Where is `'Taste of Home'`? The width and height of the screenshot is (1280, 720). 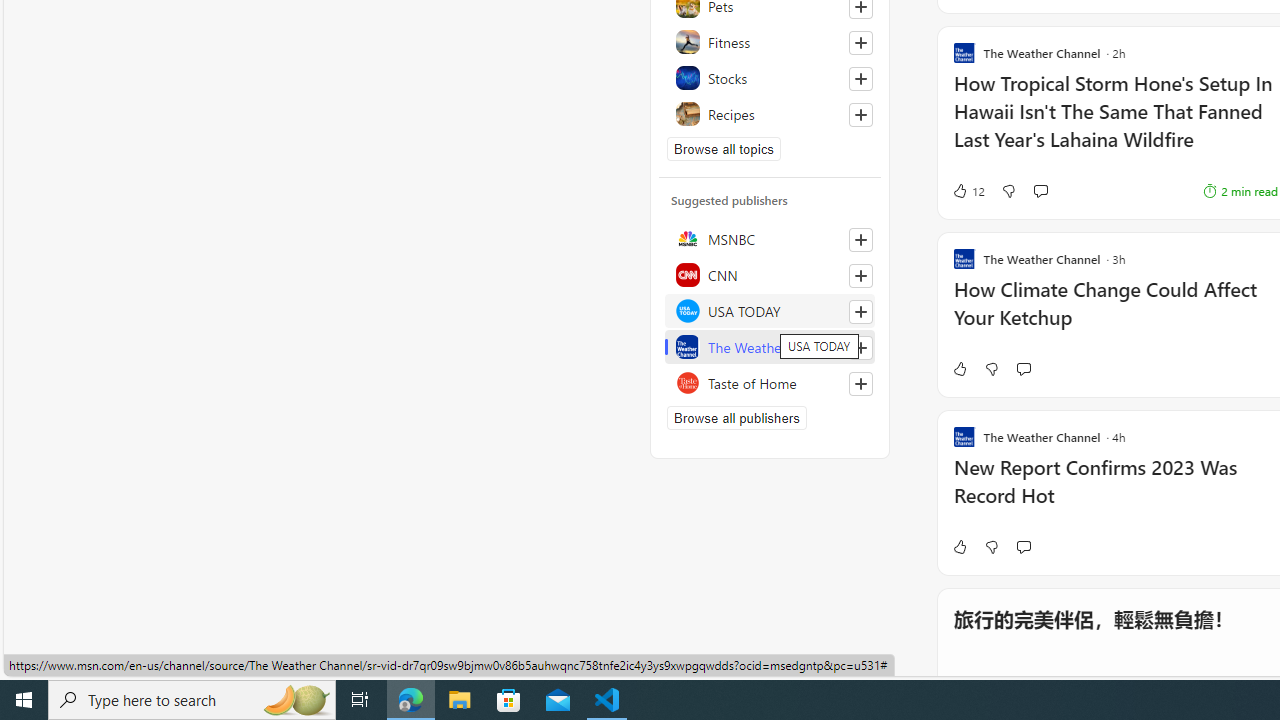 'Taste of Home' is located at coordinates (769, 383).